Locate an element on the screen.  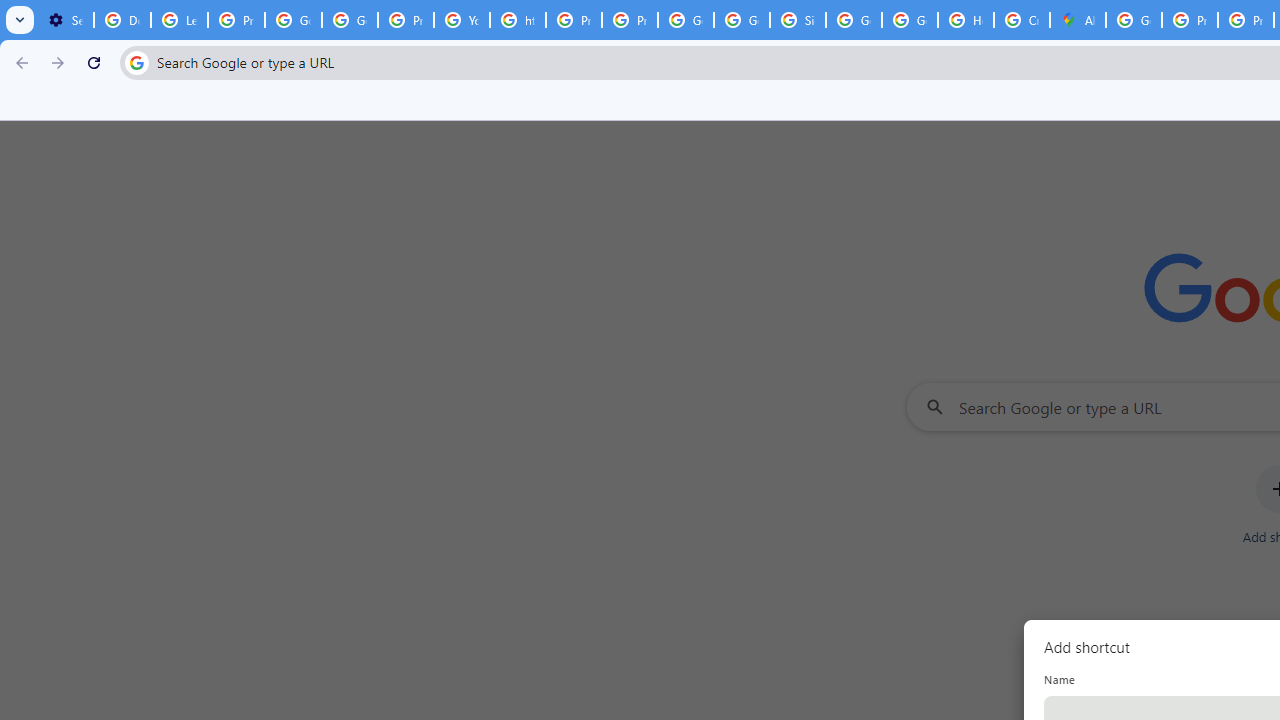
'Delete photos & videos - Computer - Google Photos Help' is located at coordinates (121, 20).